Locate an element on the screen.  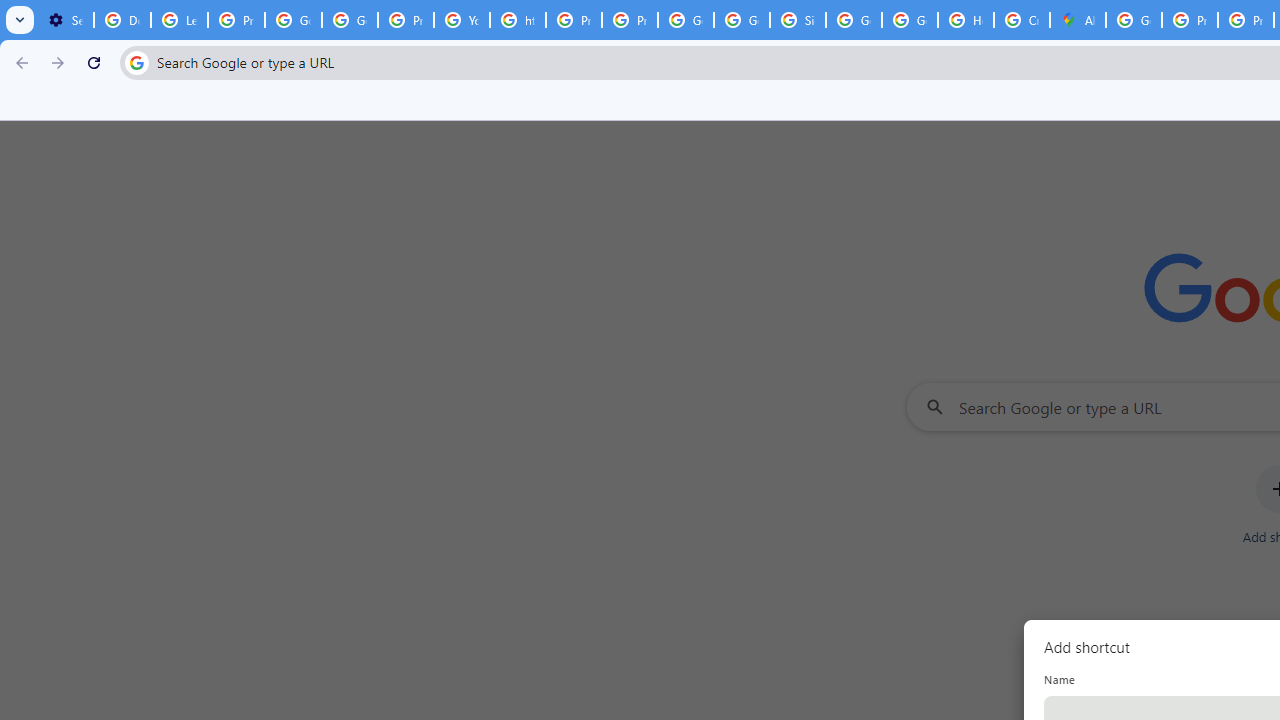
'Delete photos & videos - Computer - Google Photos Help' is located at coordinates (121, 20).